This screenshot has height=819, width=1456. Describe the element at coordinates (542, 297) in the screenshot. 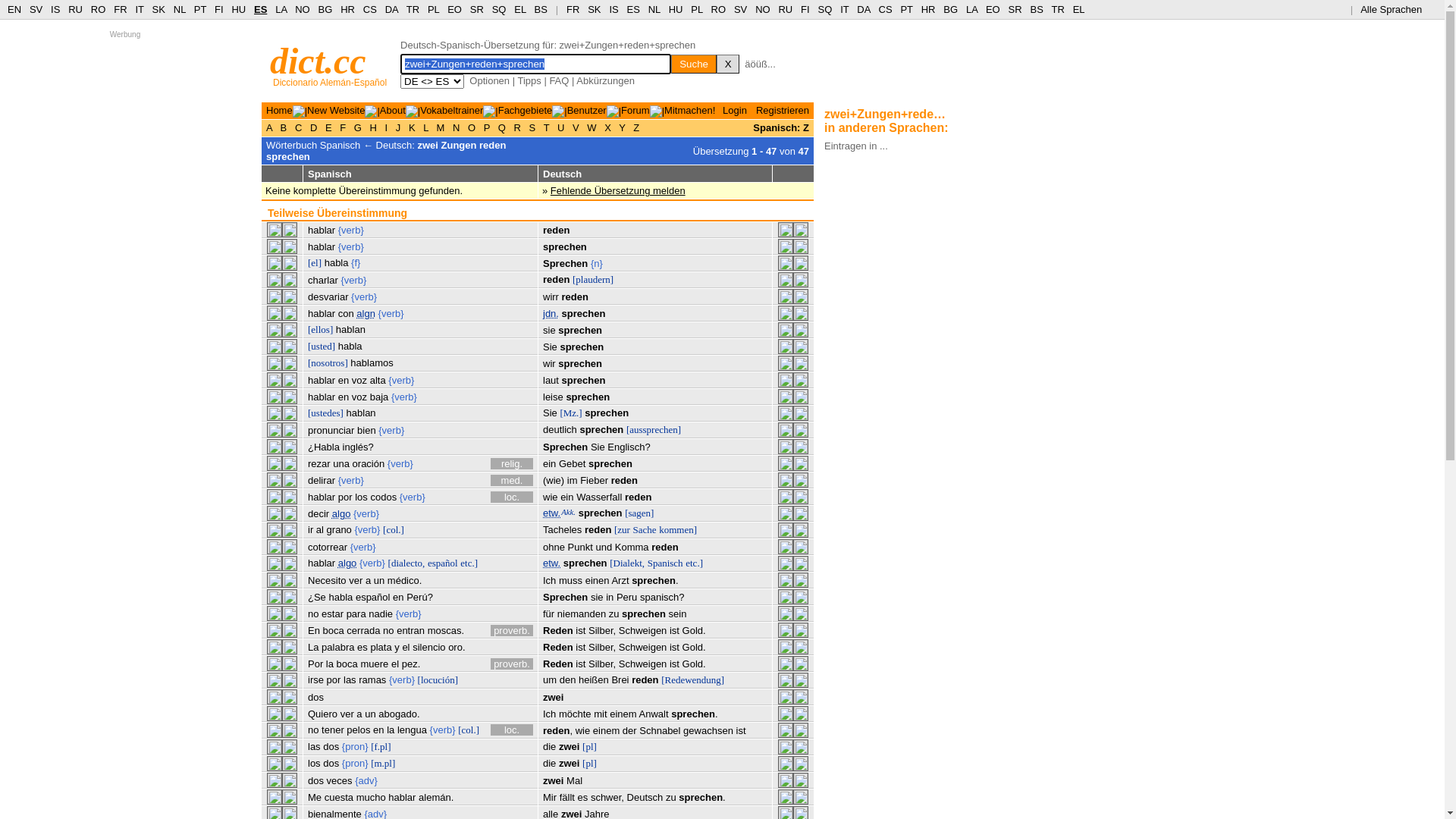

I see `'wirr'` at that location.